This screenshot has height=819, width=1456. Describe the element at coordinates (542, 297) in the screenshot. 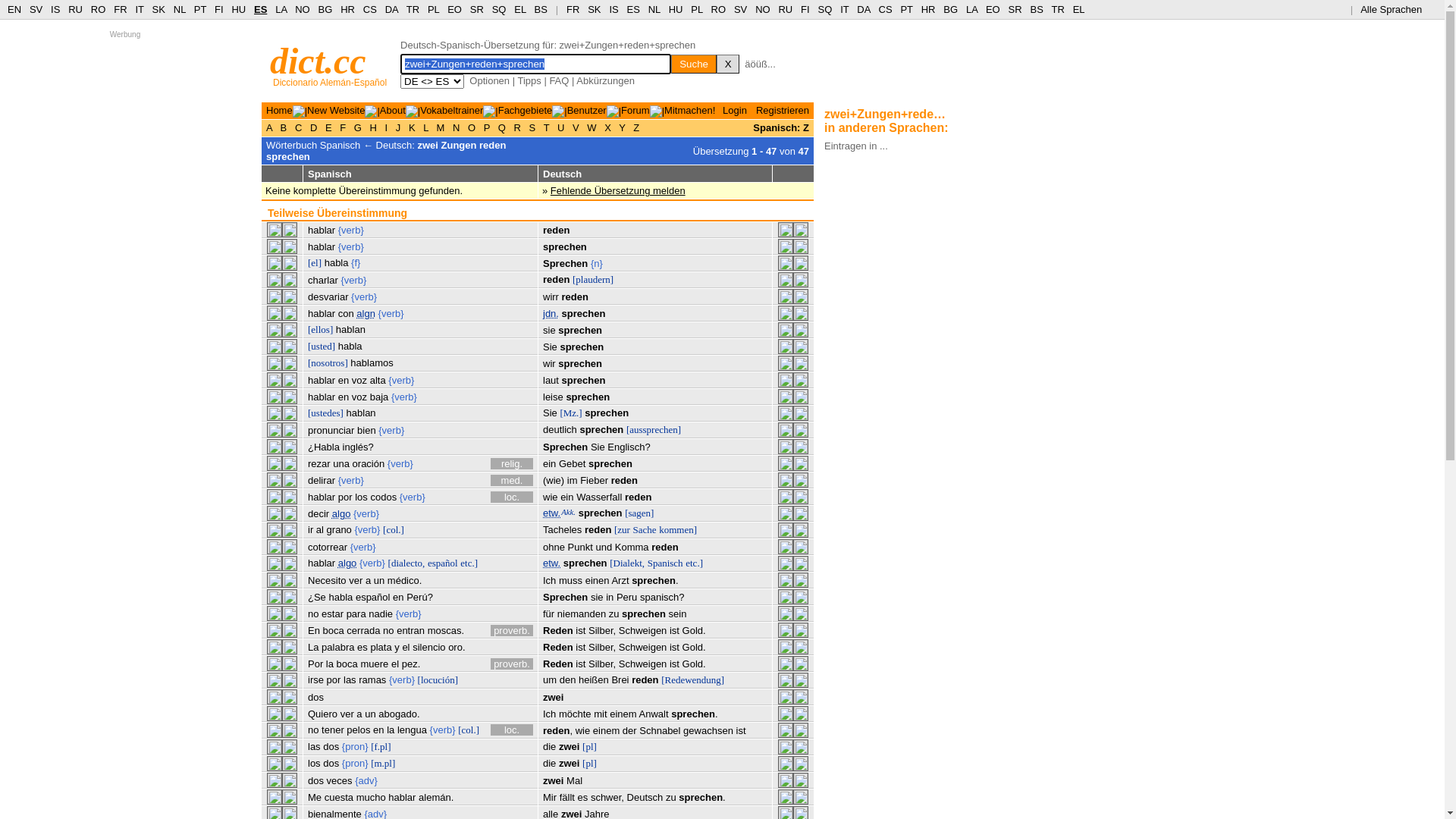

I see `'wirr'` at that location.